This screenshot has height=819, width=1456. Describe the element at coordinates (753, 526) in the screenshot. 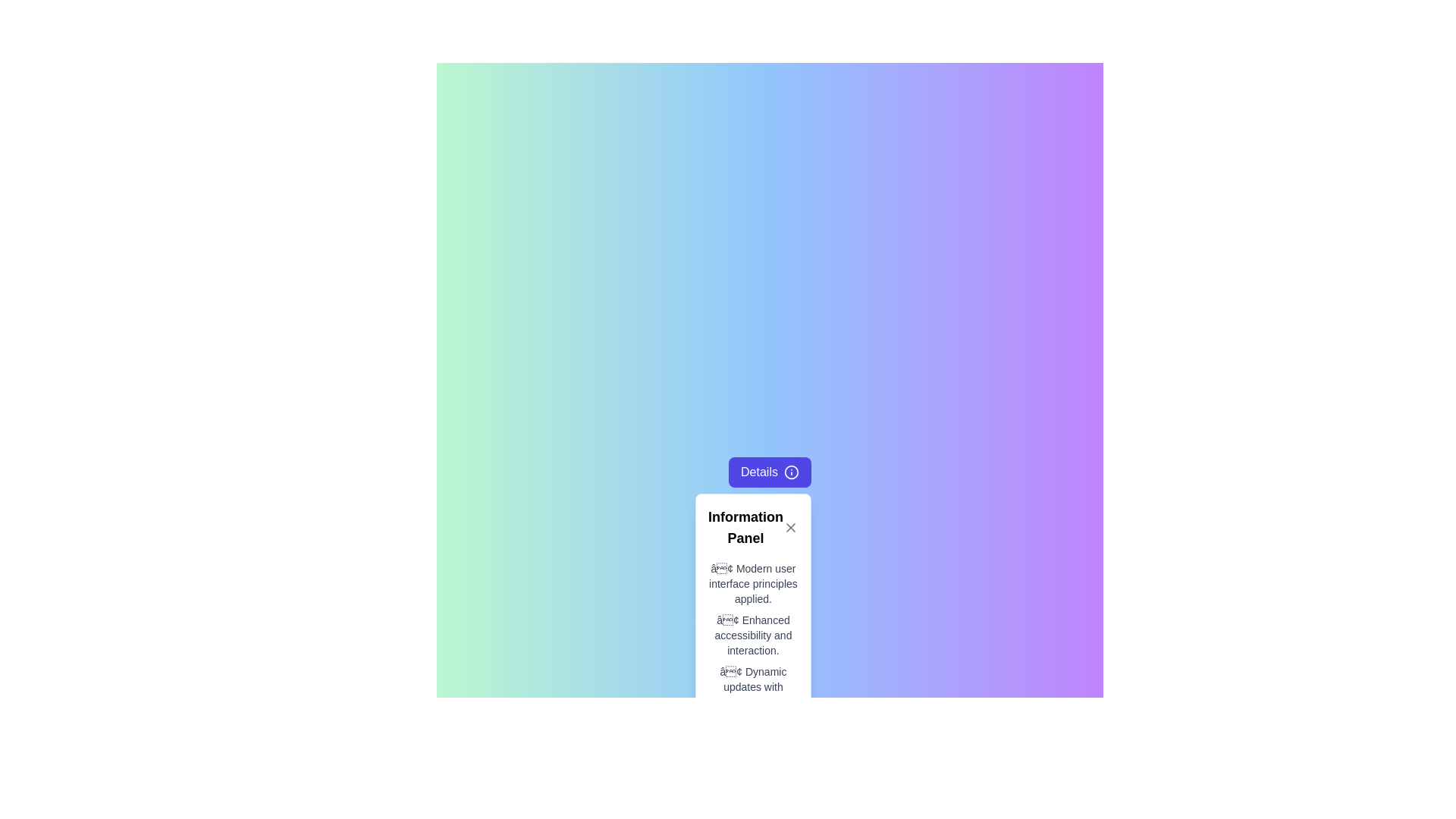

I see `text content of the Text Header, which serves as the title for the panel and is centrally located near the top of the panel` at that location.